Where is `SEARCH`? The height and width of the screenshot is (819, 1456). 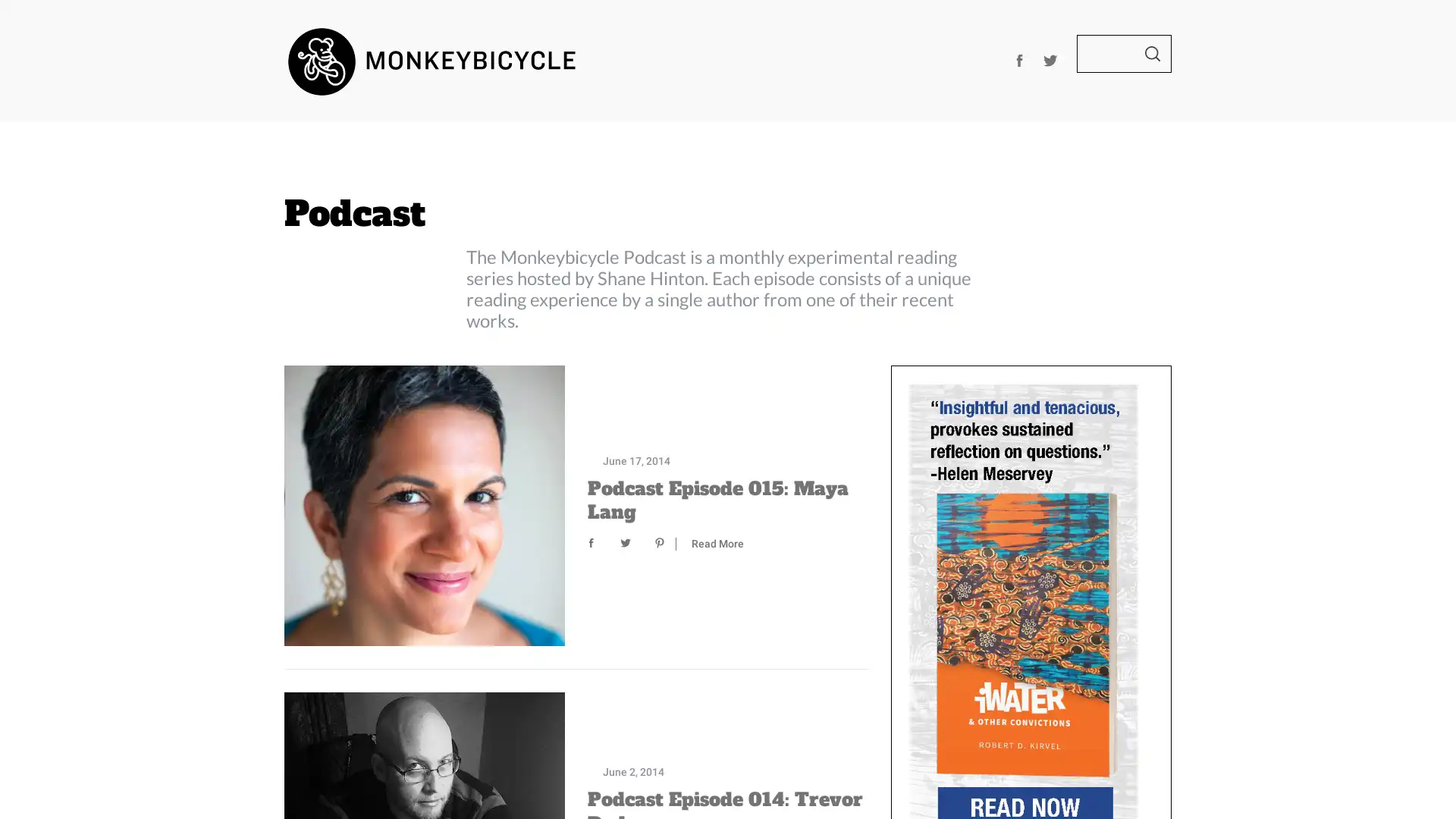
SEARCH is located at coordinates (1153, 52).